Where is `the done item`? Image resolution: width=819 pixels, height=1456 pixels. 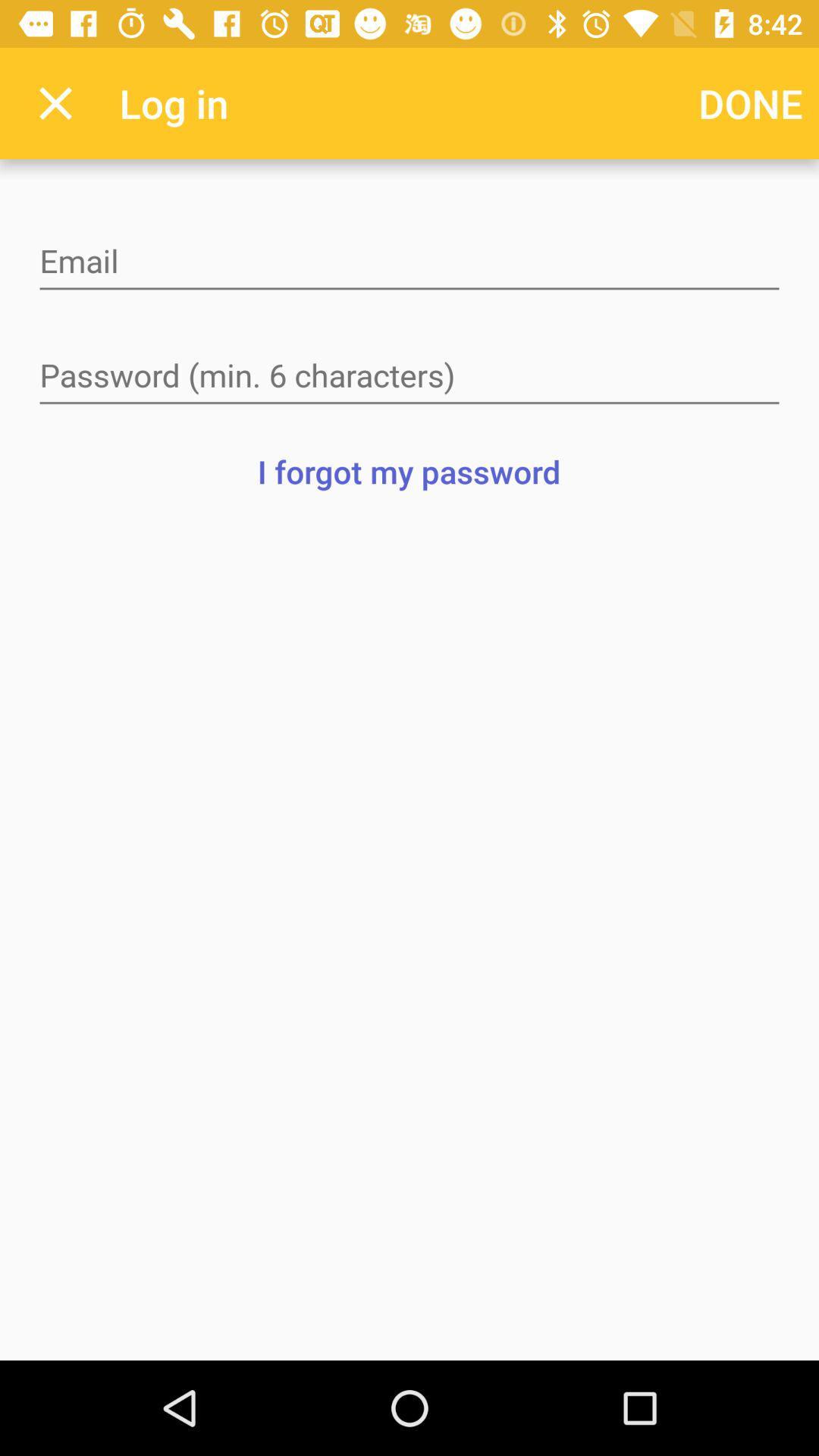
the done item is located at coordinates (751, 102).